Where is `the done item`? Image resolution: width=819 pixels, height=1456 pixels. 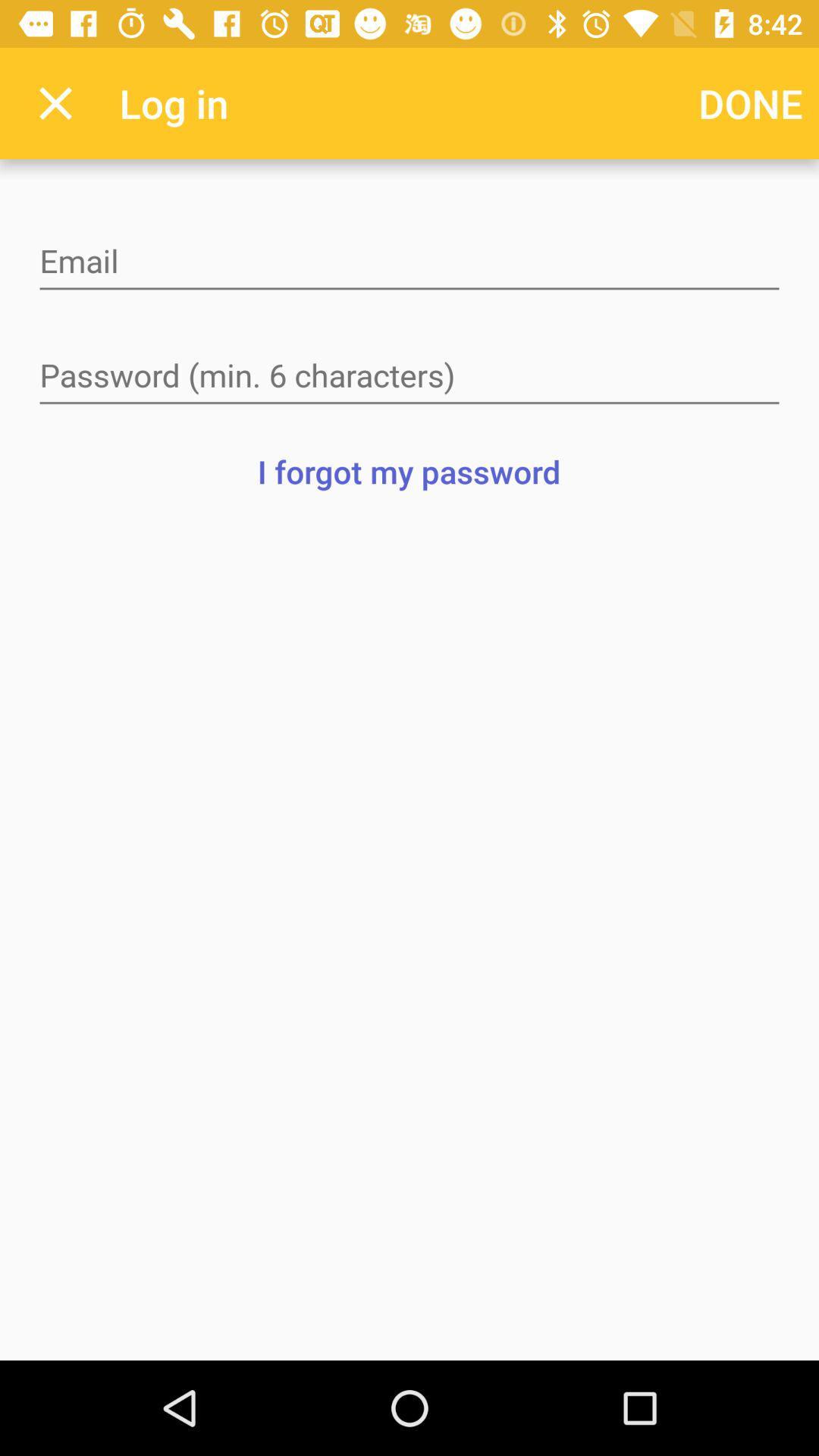
the done item is located at coordinates (751, 102).